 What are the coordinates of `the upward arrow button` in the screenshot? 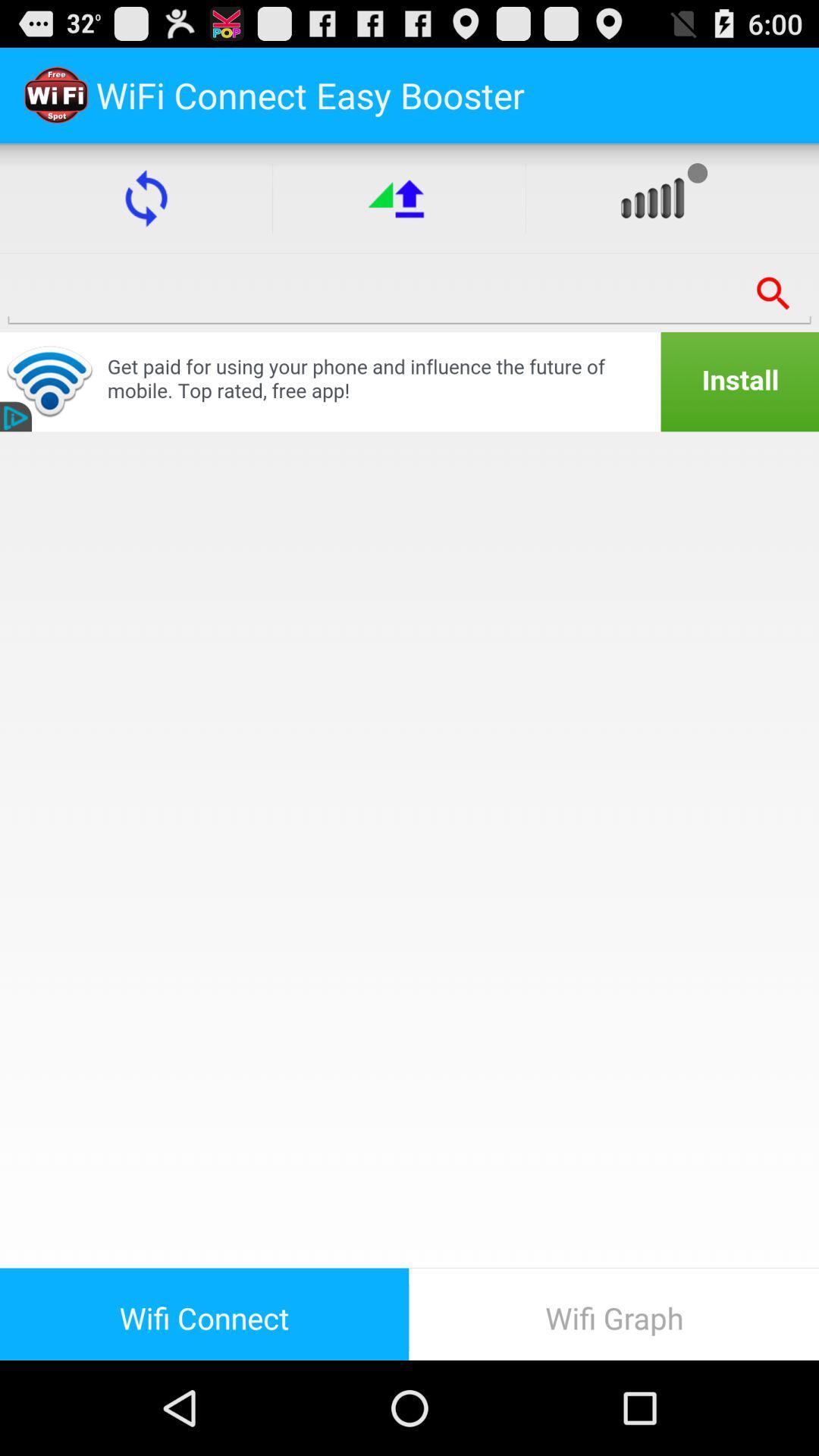 It's located at (397, 197).